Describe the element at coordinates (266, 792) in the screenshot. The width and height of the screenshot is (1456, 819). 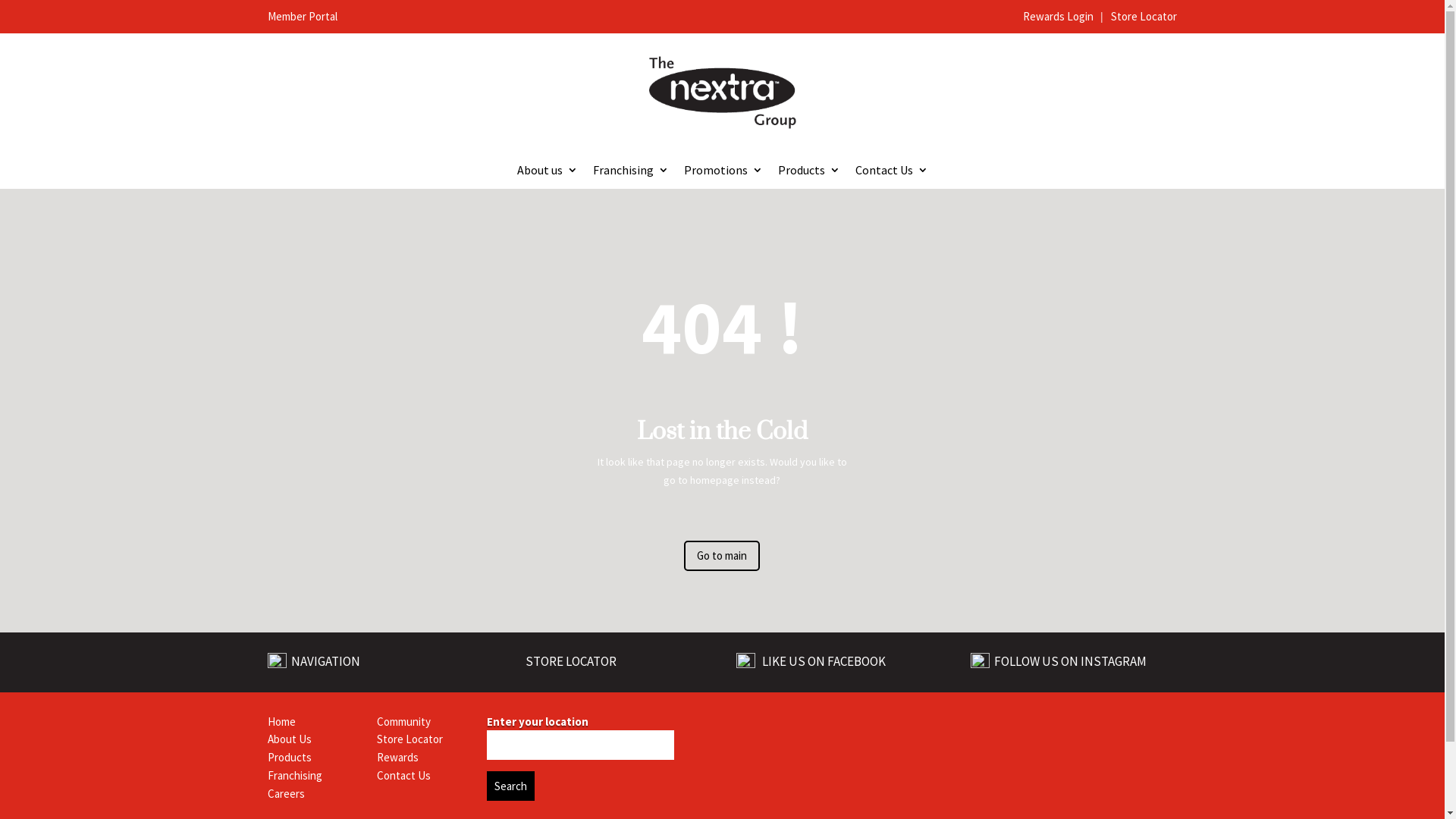
I see `'Careers'` at that location.